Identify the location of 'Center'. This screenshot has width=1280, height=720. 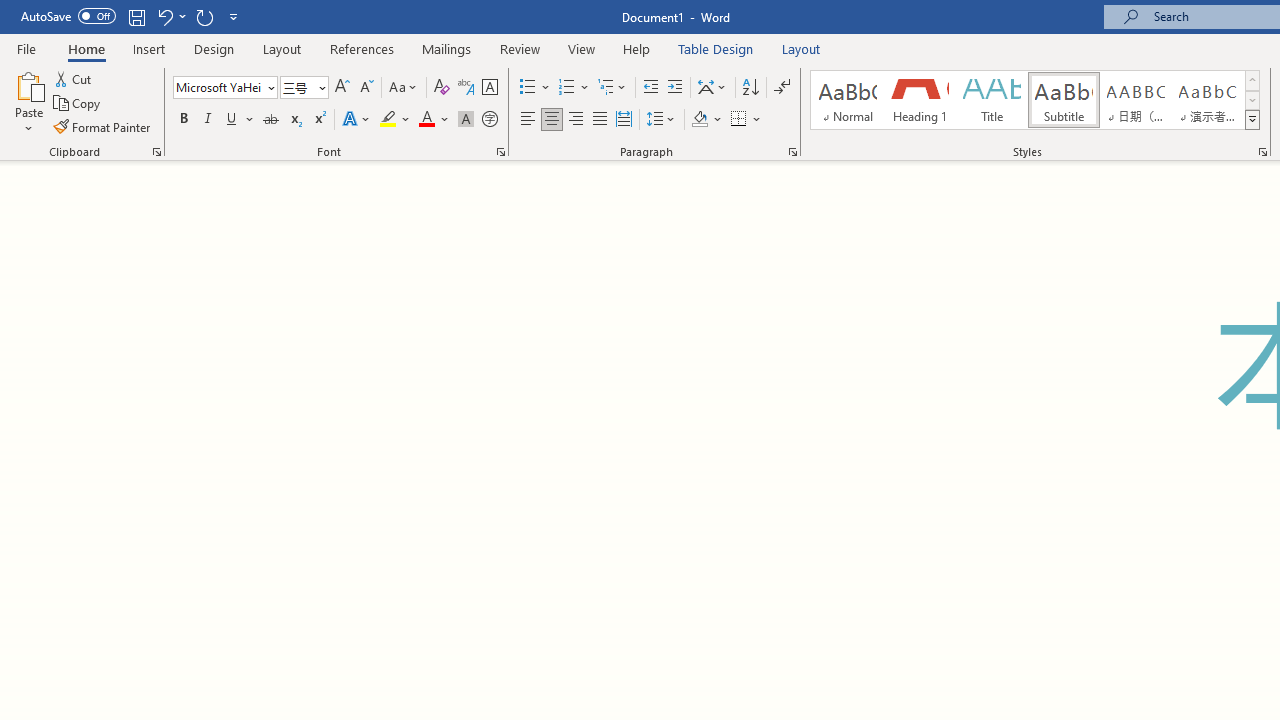
(552, 119).